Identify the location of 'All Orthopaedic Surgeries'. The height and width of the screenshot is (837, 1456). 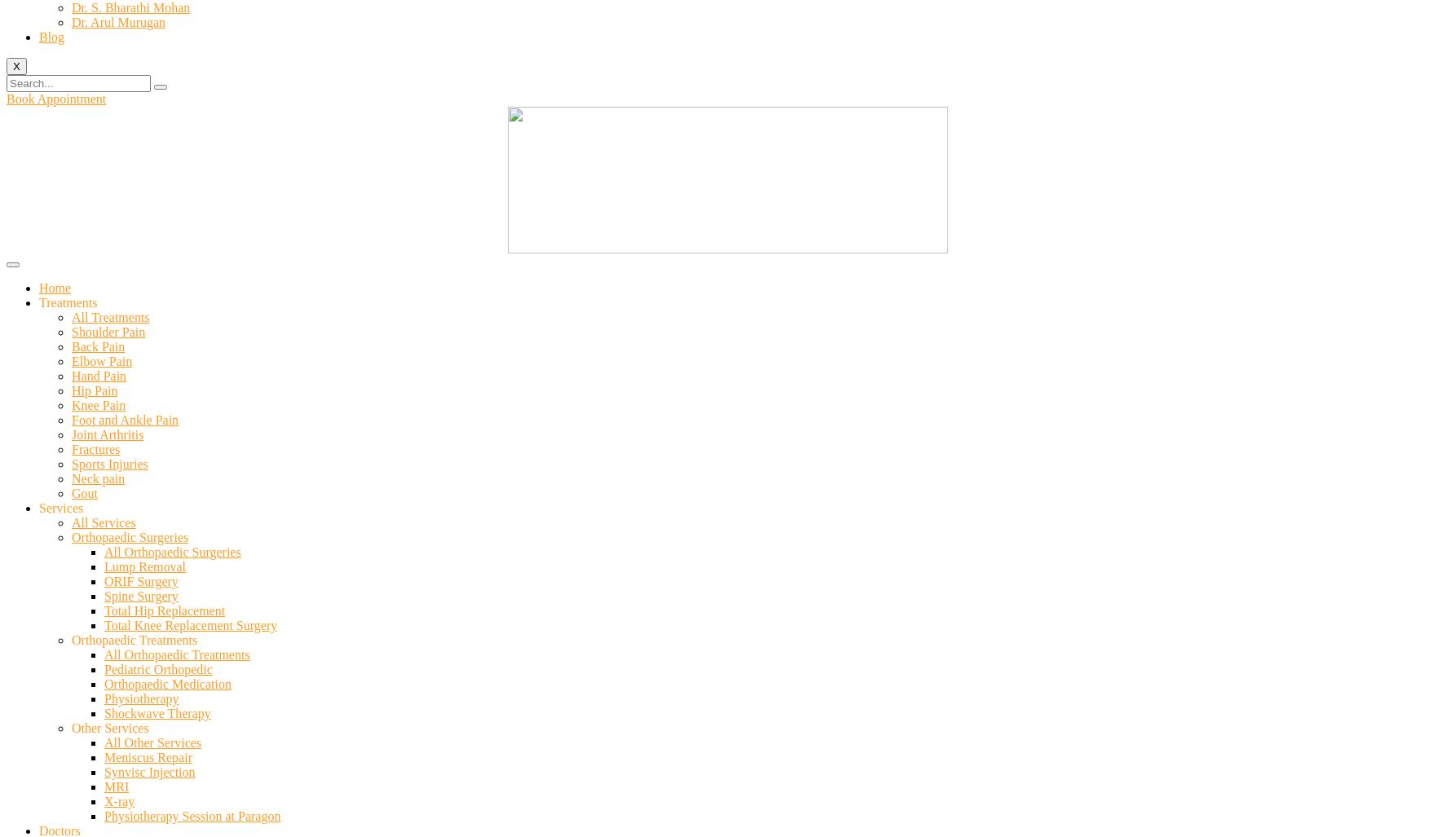
(104, 551).